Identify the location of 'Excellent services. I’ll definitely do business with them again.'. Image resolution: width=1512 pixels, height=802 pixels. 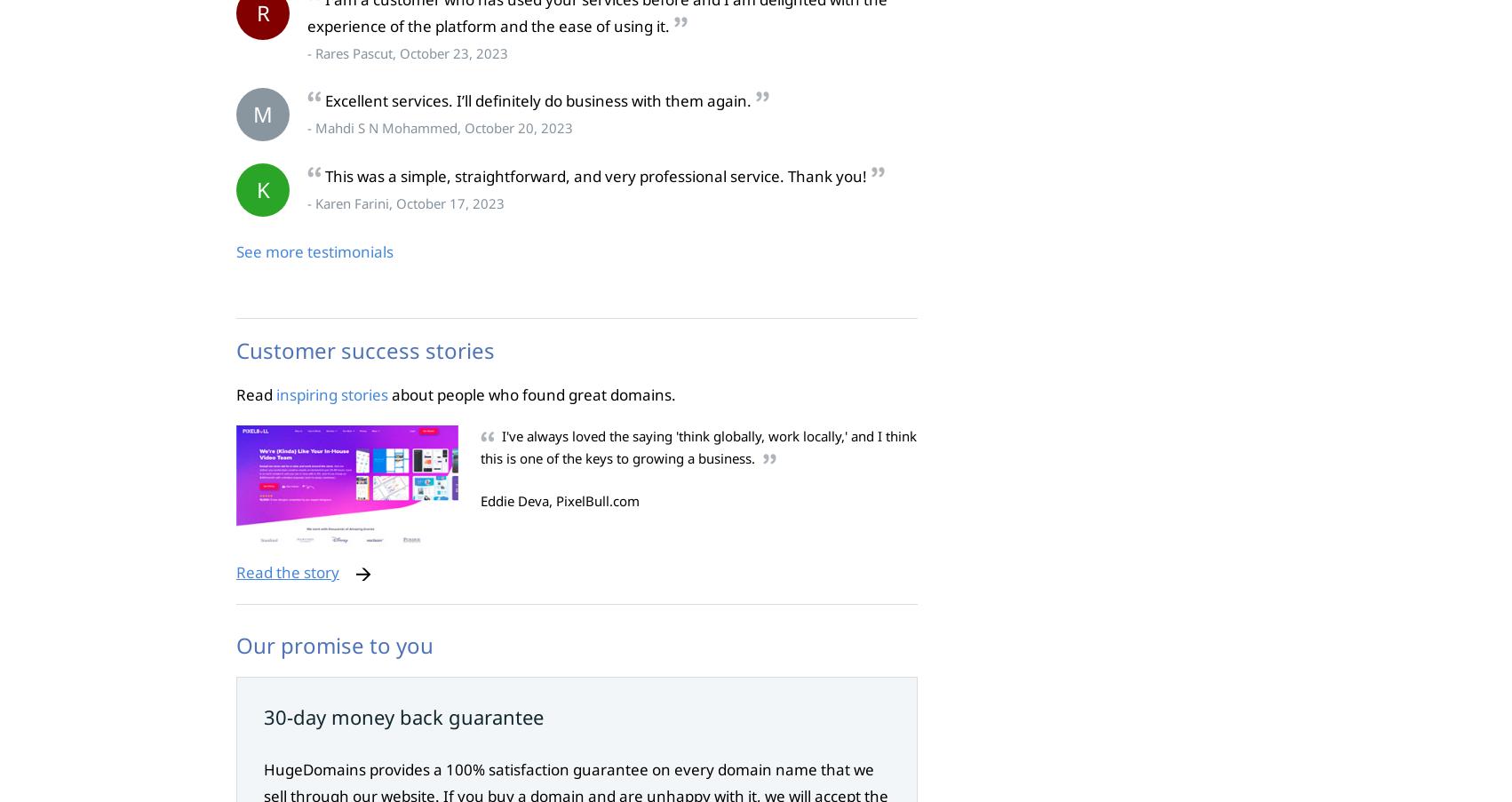
(324, 100).